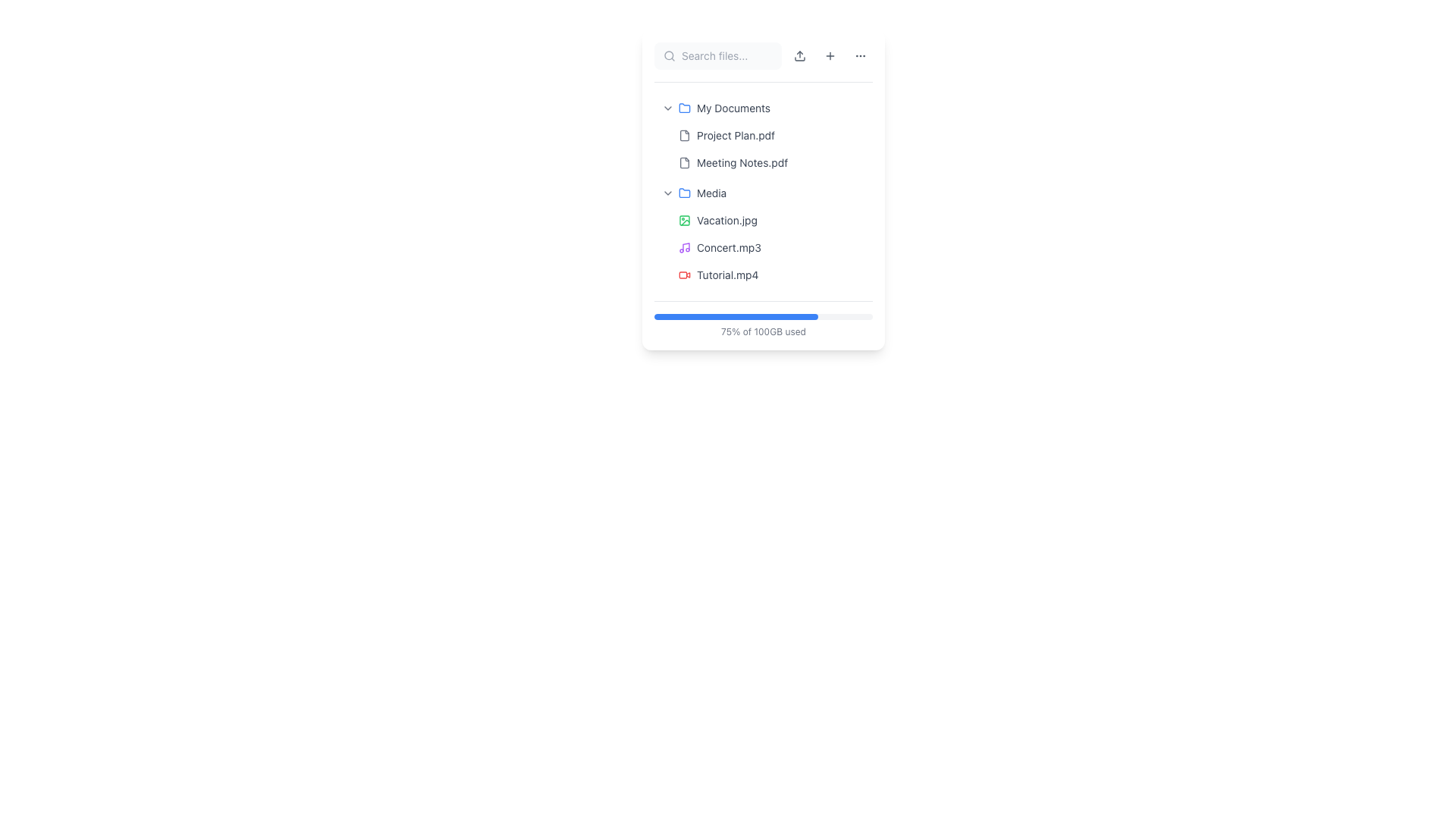 The image size is (1456, 819). What do you see at coordinates (772, 247) in the screenshot?
I see `to select the file 'Concert.mp3' from the second item in the 'Media' category list` at bounding box center [772, 247].